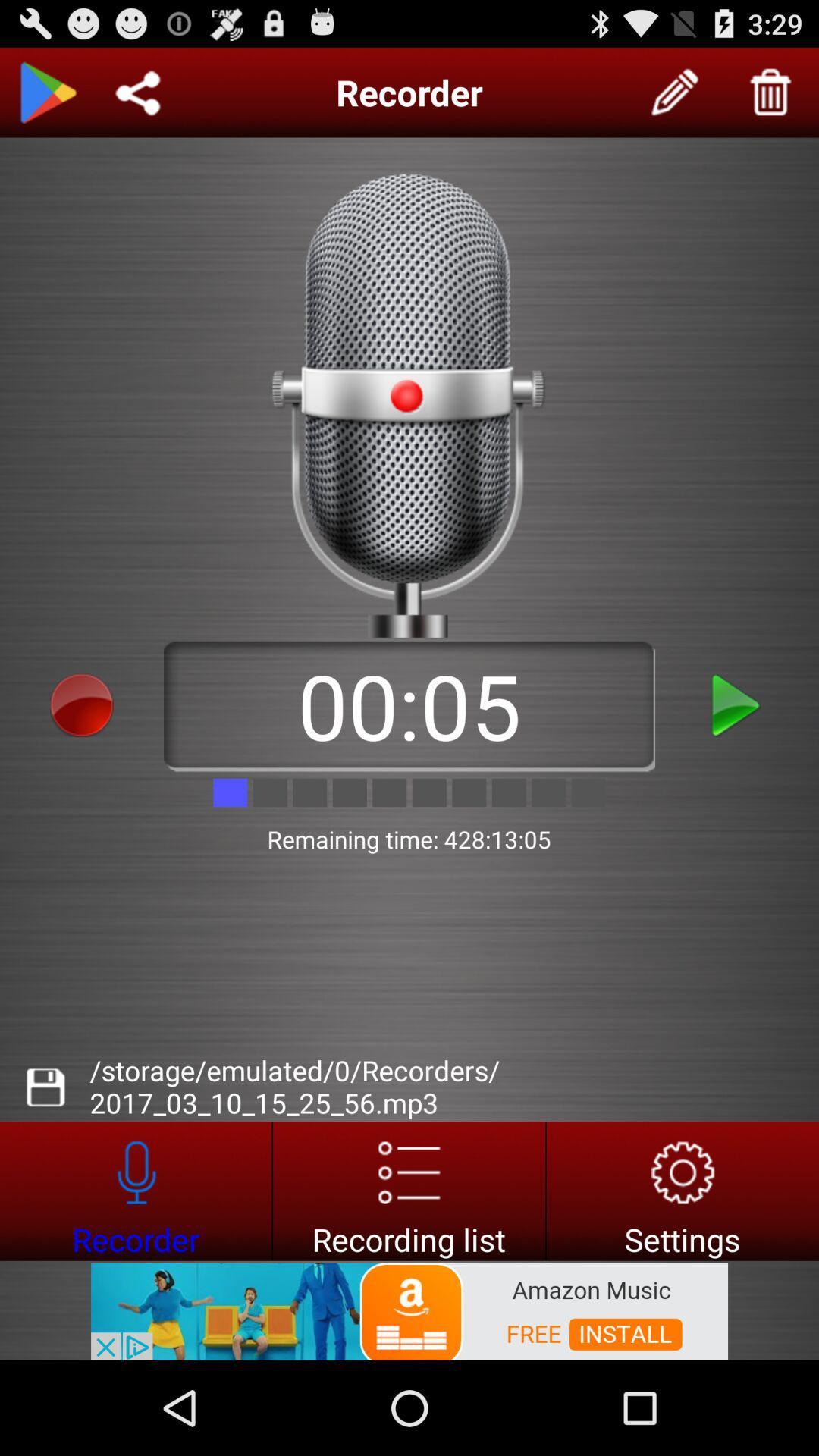  What do you see at coordinates (137, 98) in the screenshot?
I see `the share icon` at bounding box center [137, 98].